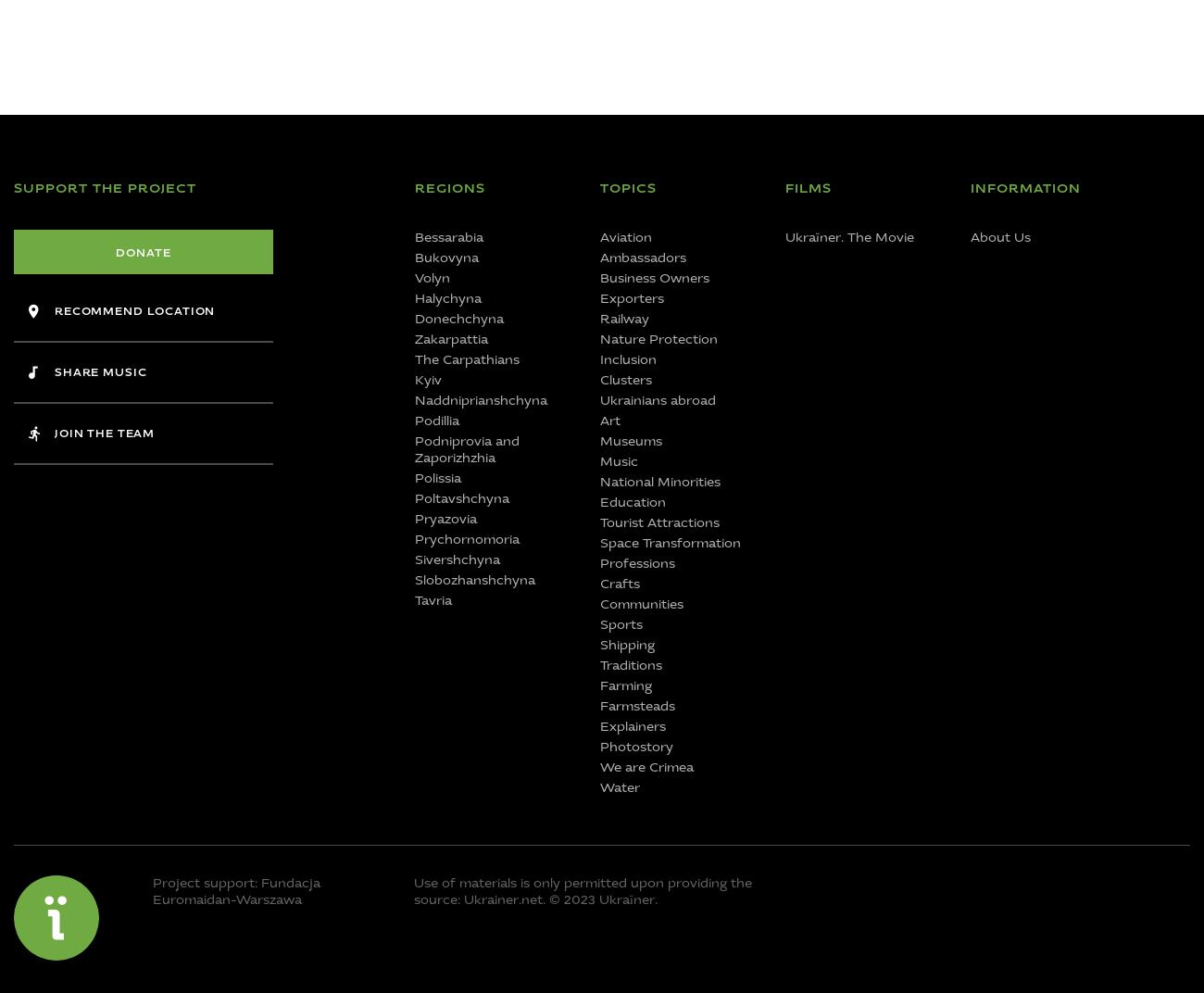  What do you see at coordinates (619, 584) in the screenshot?
I see `'Crafts'` at bounding box center [619, 584].